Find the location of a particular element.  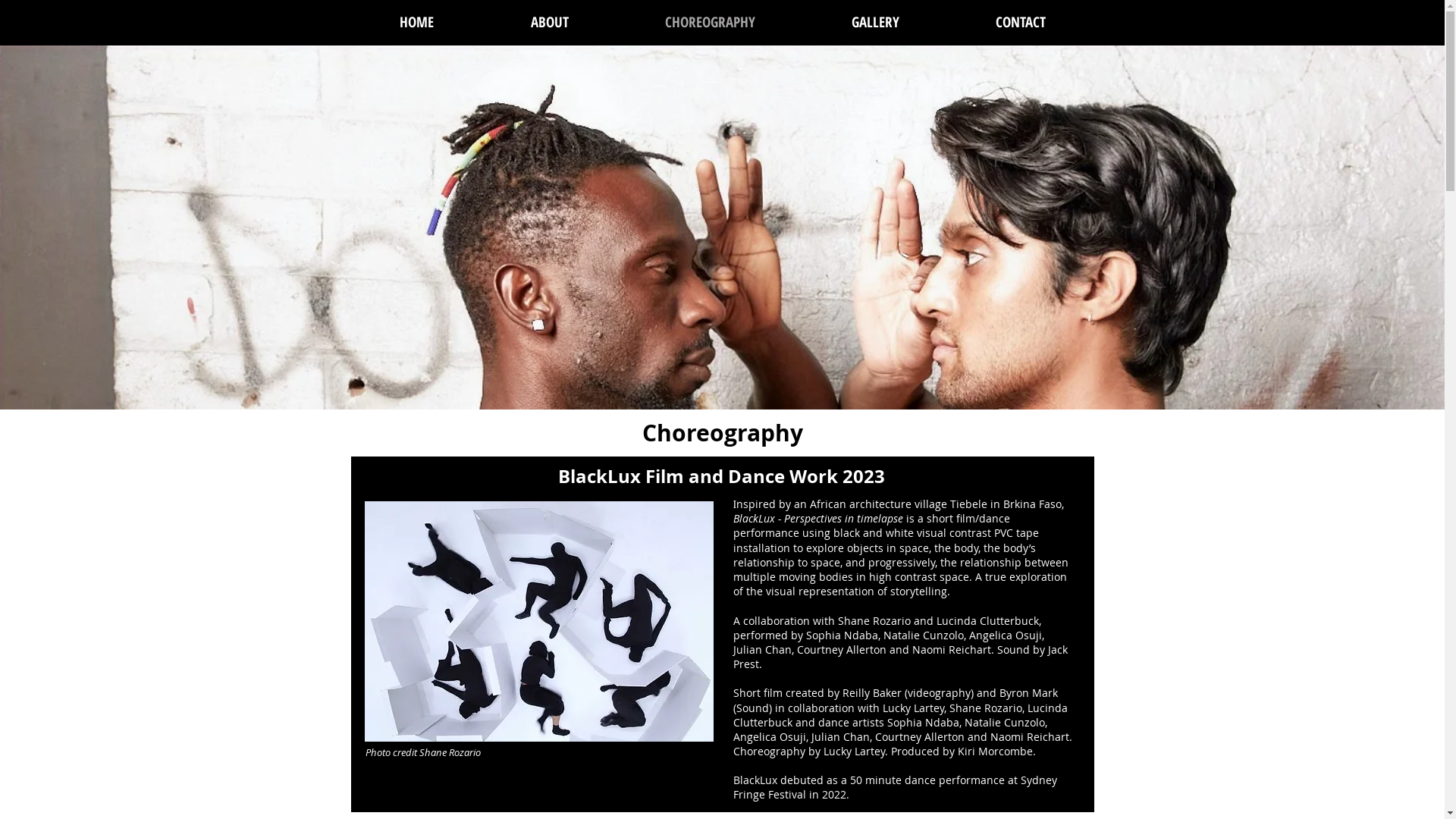

'CHOREOGRAPHY' is located at coordinates (709, 22).